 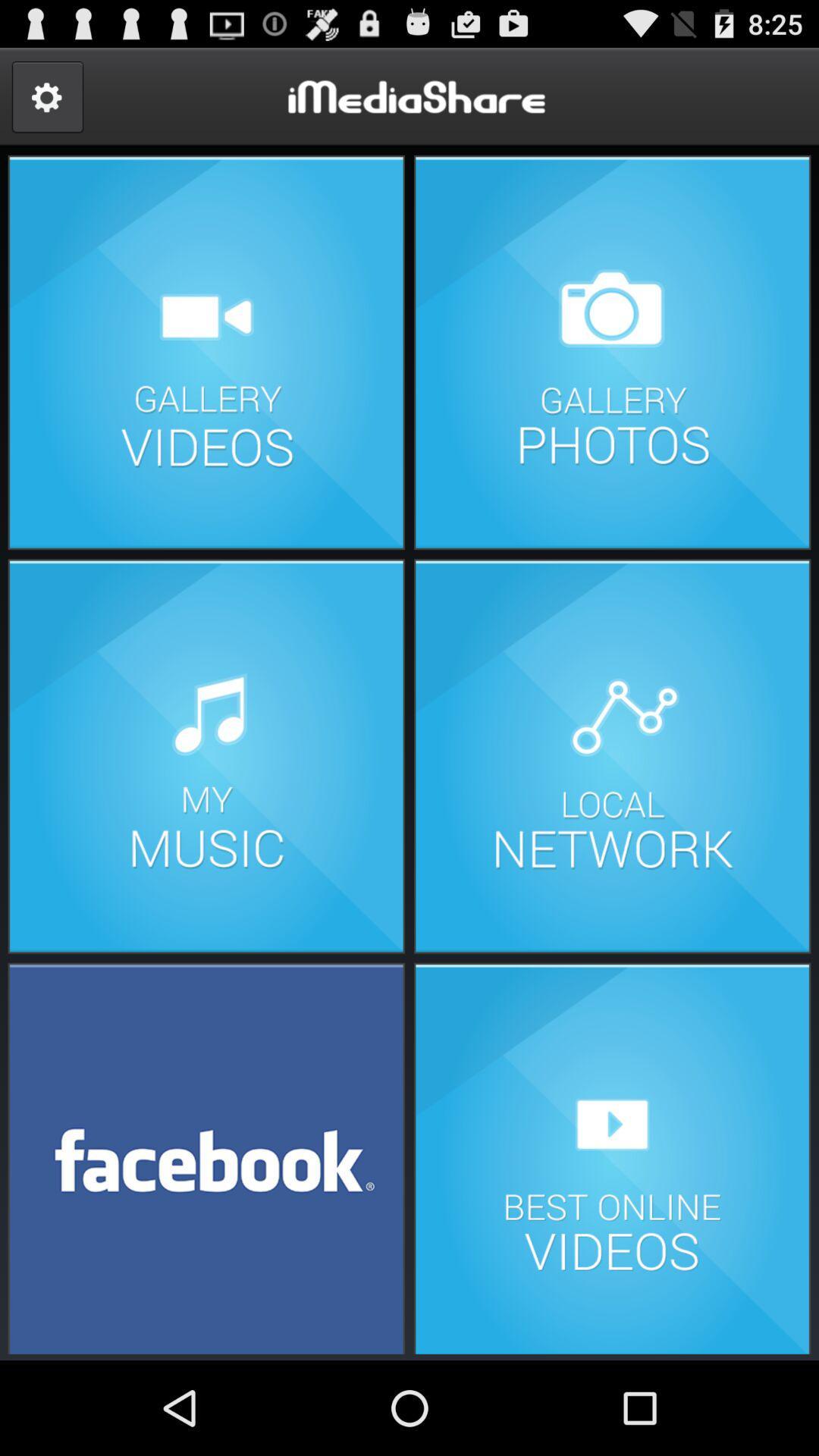 I want to click on watch videos, so click(x=611, y=1156).